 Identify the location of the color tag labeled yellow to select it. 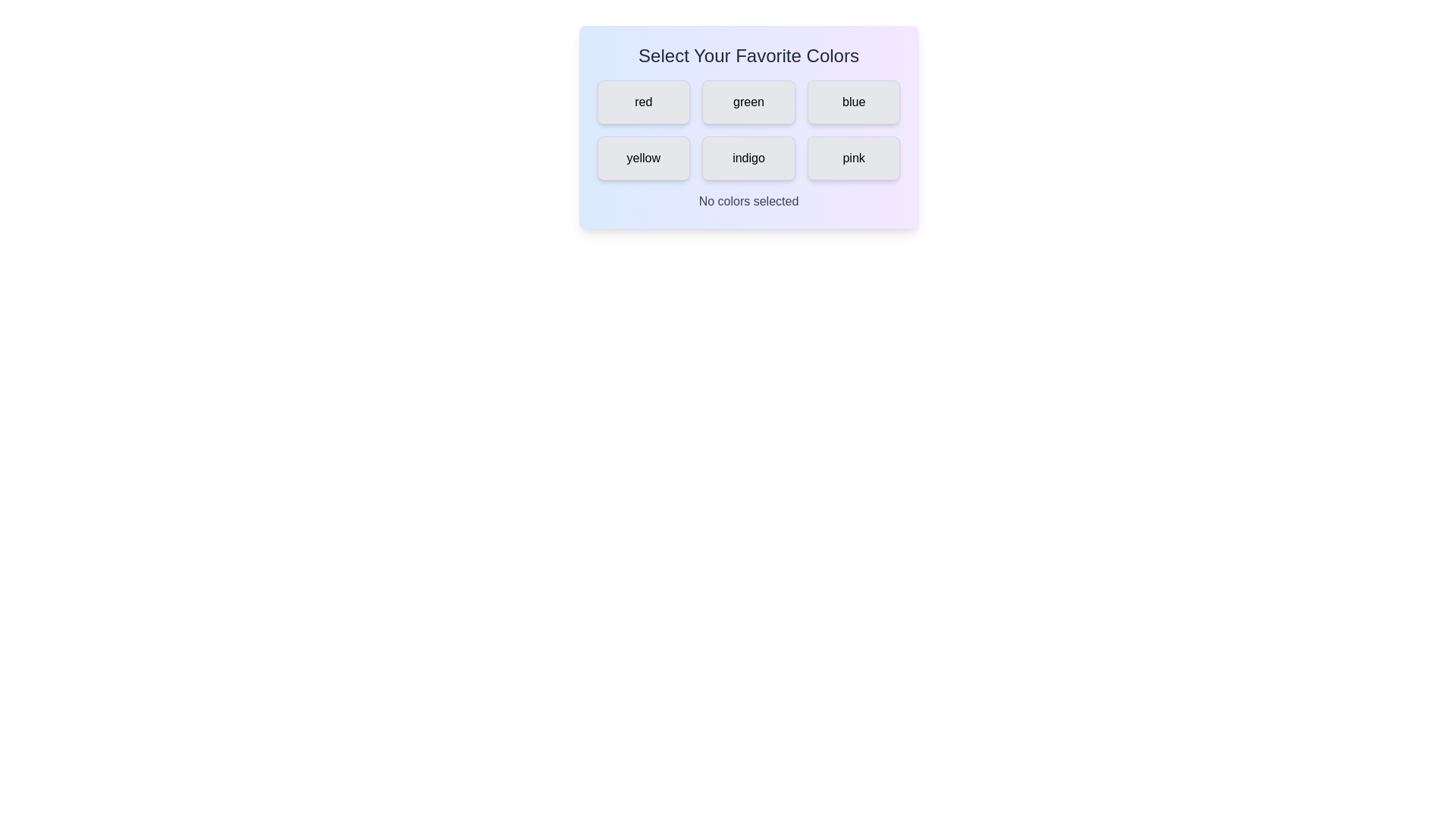
(643, 158).